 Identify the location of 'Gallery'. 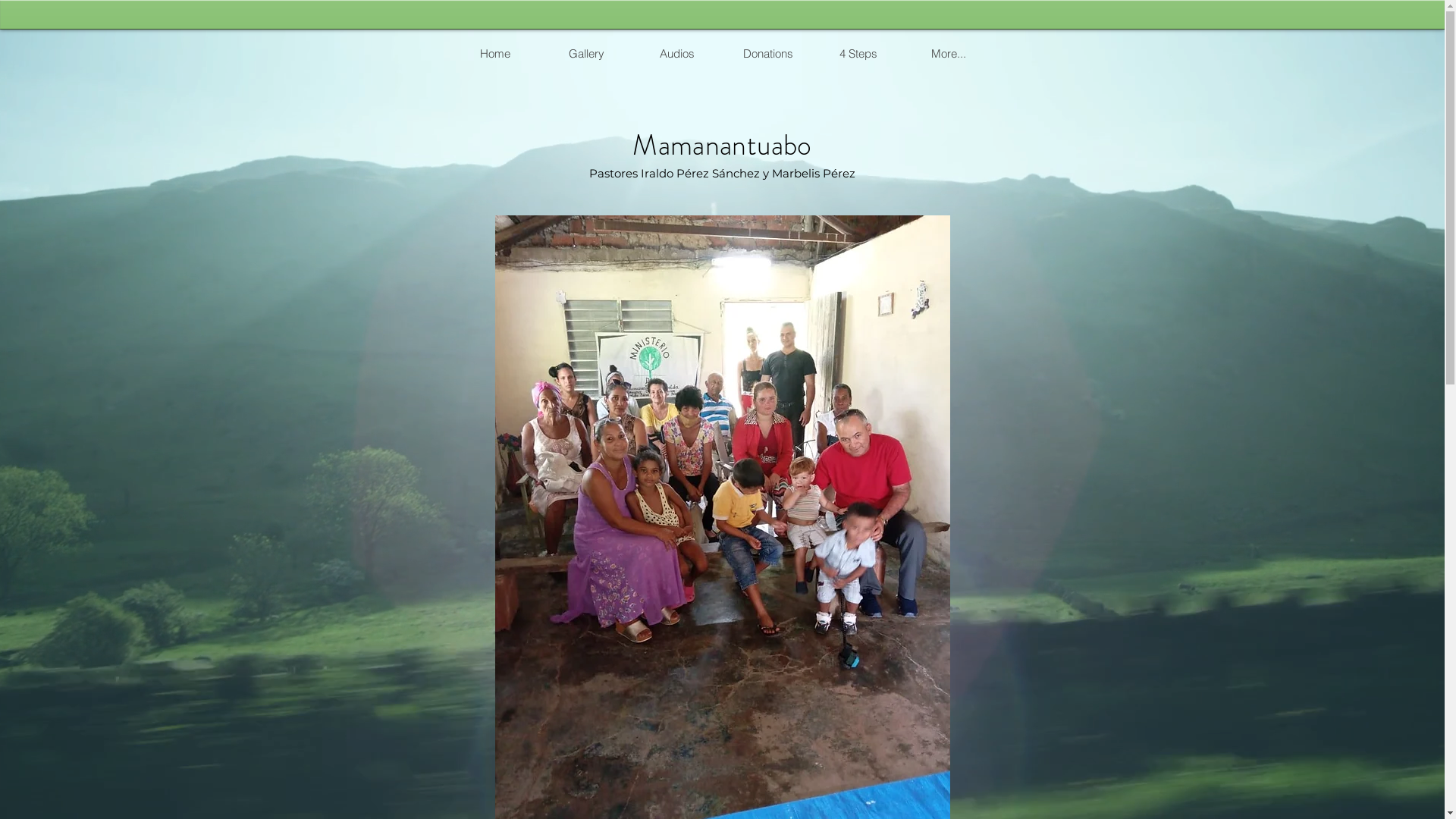
(585, 52).